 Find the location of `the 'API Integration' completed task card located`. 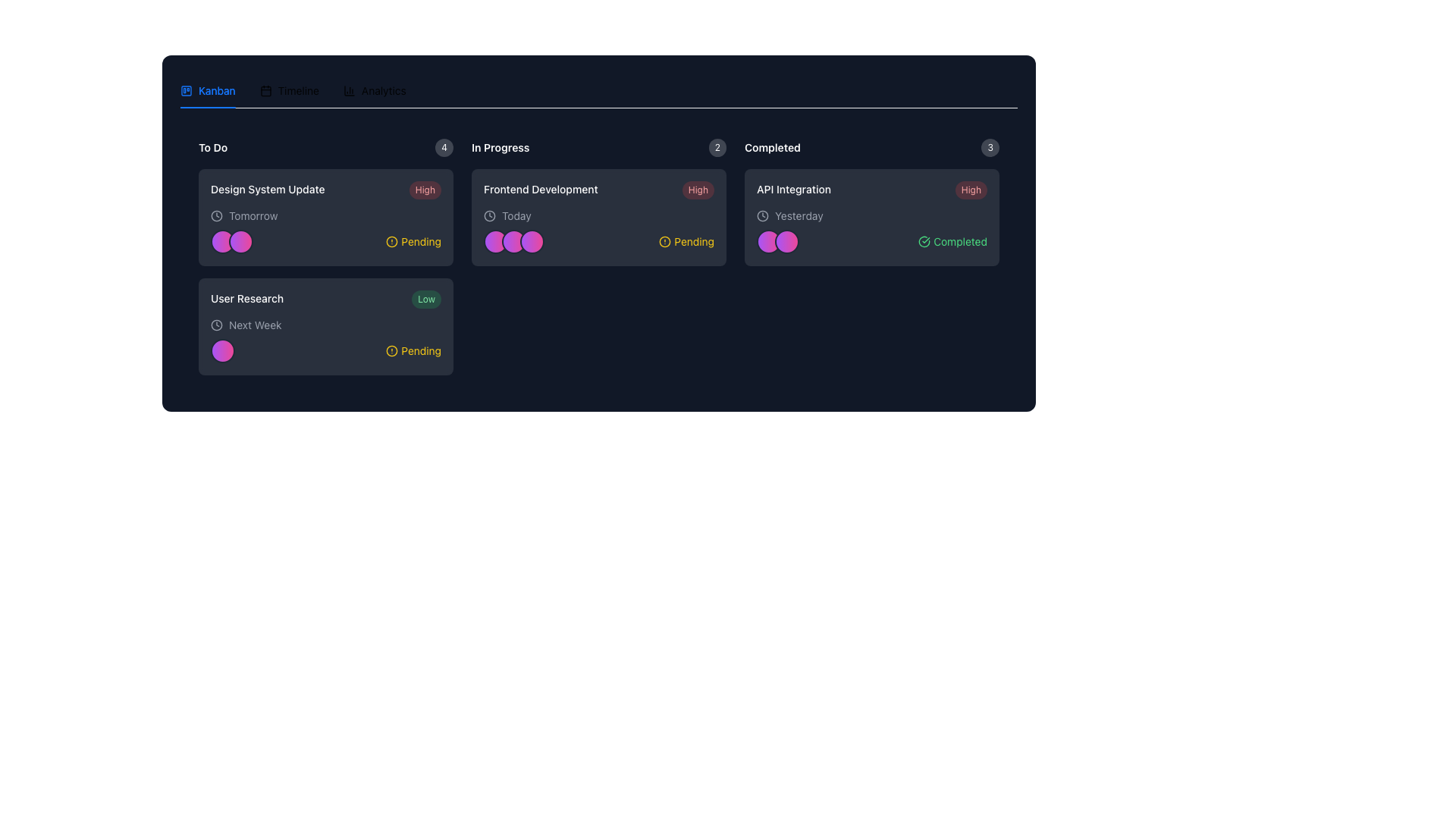

the 'API Integration' completed task card located is located at coordinates (872, 217).